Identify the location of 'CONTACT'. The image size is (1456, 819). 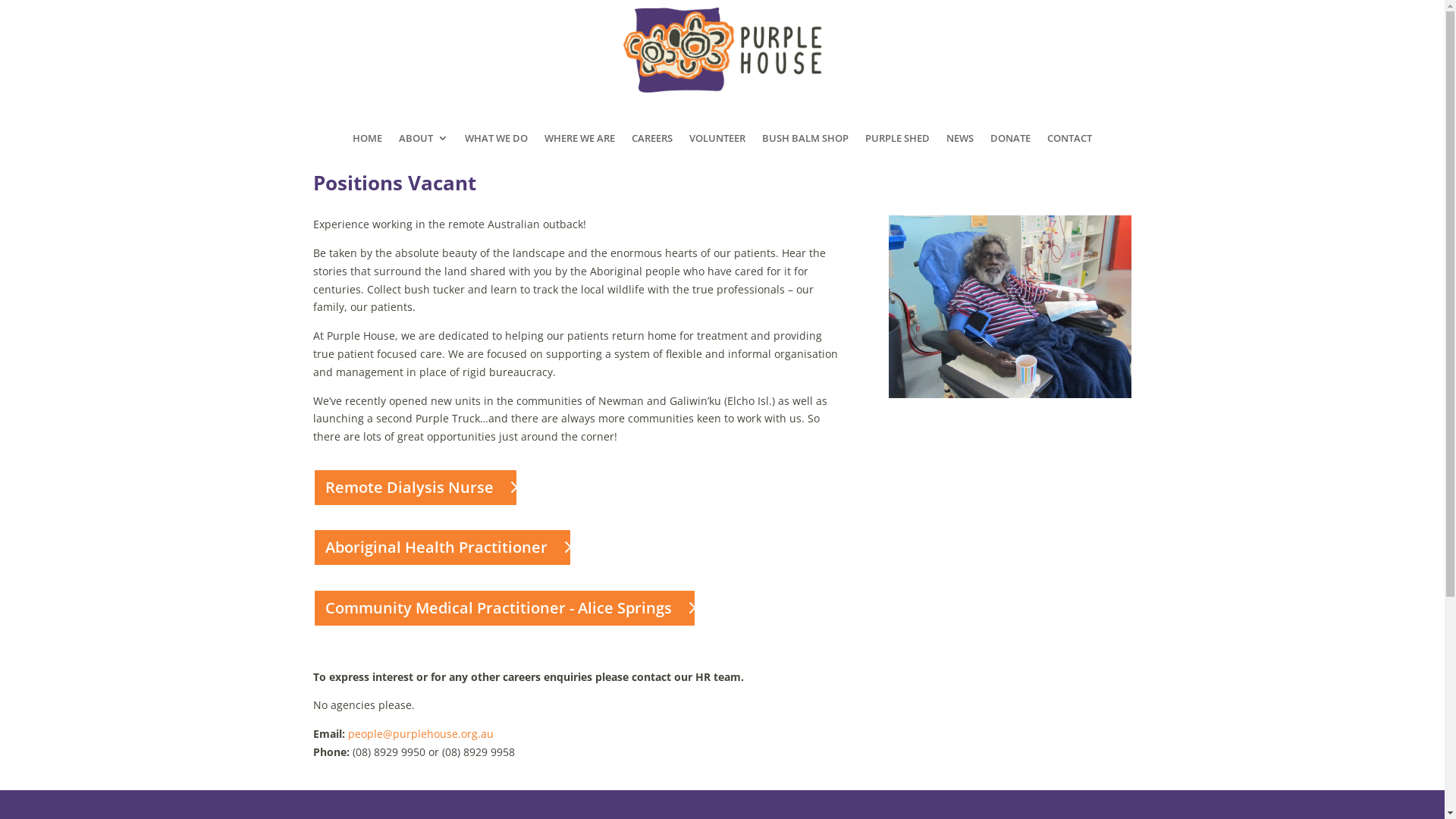
(1068, 149).